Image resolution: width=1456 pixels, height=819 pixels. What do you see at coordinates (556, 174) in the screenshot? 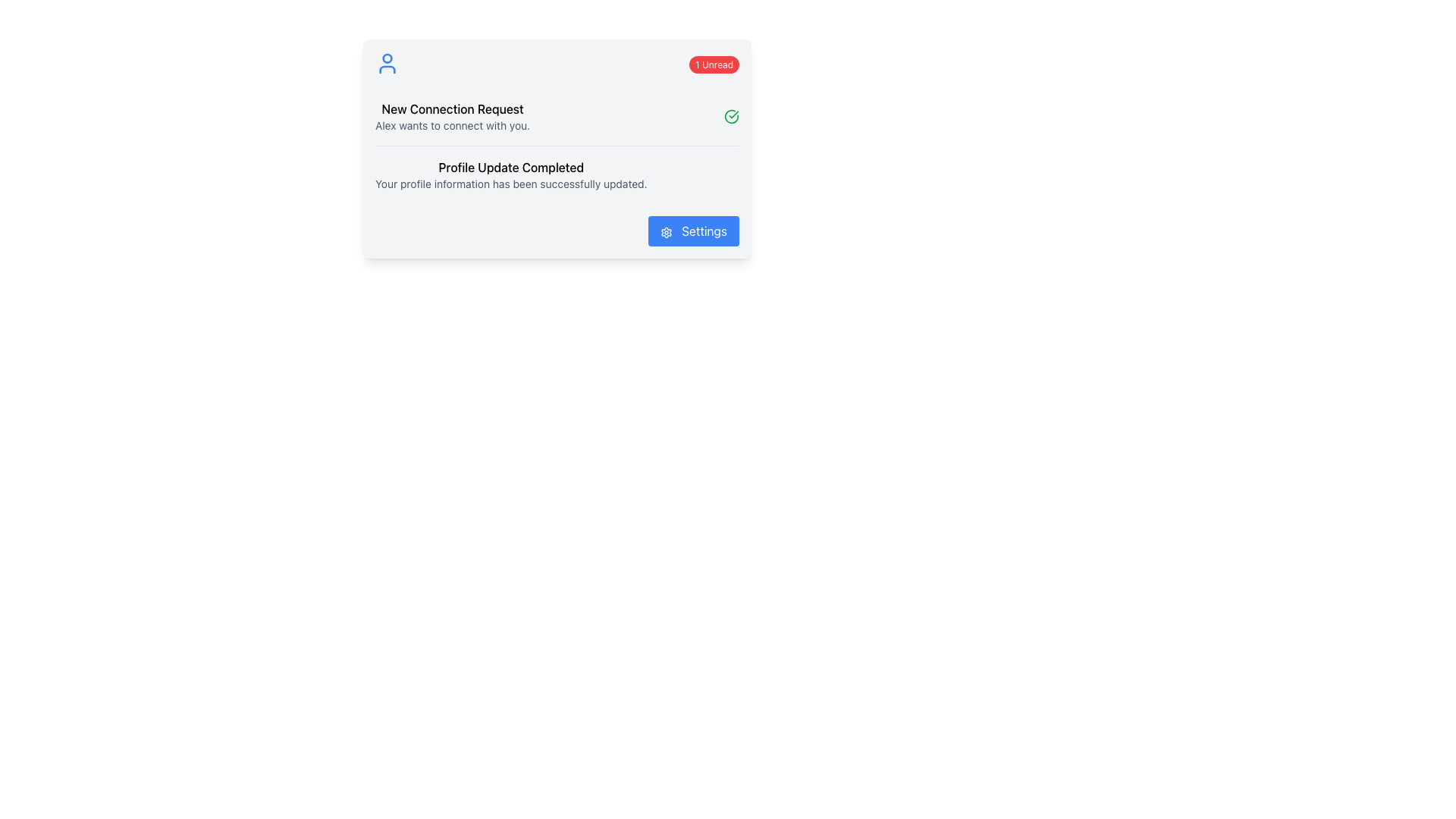
I see `the second notification message that conveys the successful update of the user's profile information, which is positioned beneath the 'New Connection Request' notification` at bounding box center [556, 174].